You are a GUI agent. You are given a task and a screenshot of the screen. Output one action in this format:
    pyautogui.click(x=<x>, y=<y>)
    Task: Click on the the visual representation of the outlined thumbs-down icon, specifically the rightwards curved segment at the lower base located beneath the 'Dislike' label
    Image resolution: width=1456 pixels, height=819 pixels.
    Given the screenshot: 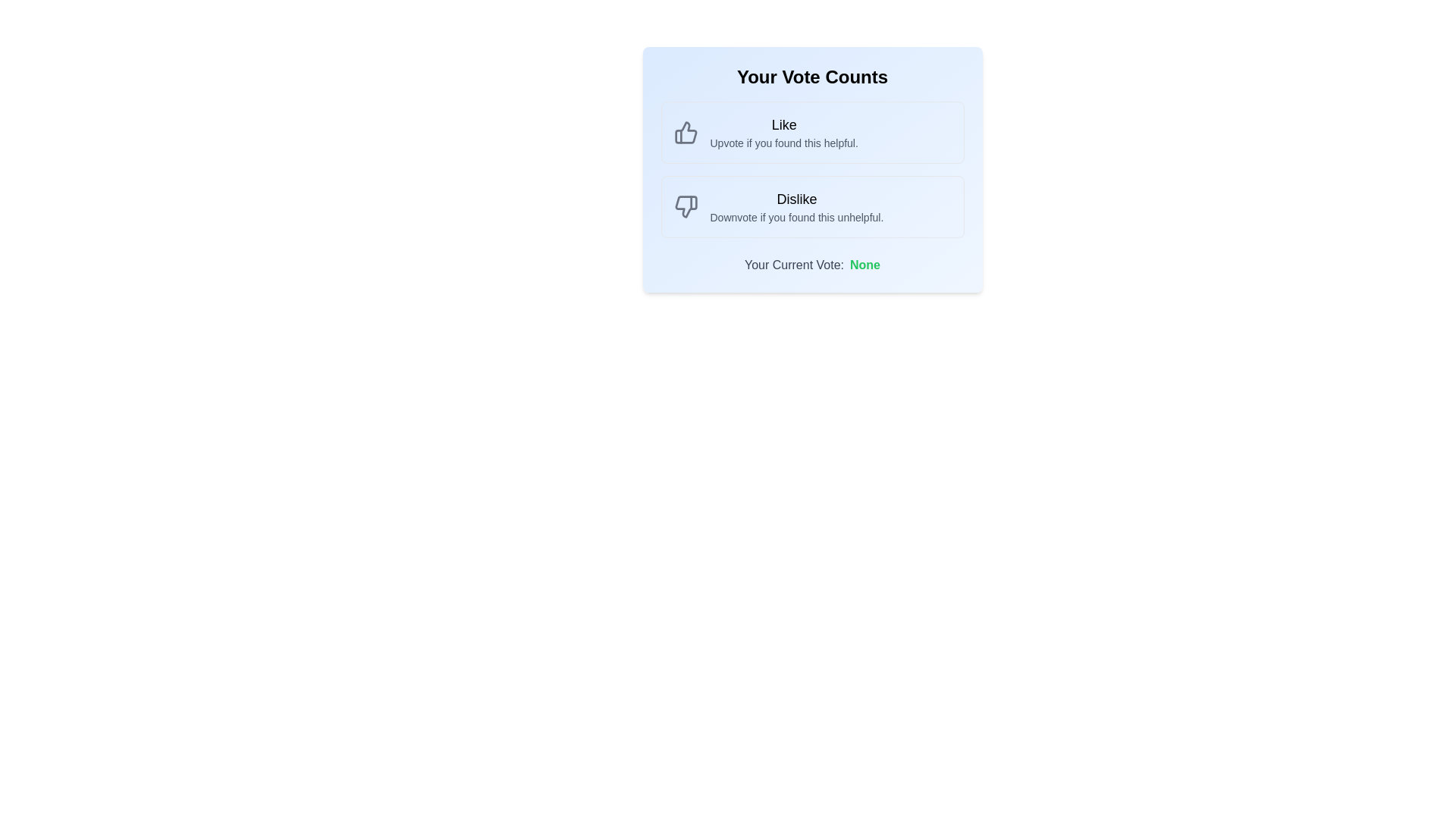 What is the action you would take?
    pyautogui.click(x=685, y=207)
    